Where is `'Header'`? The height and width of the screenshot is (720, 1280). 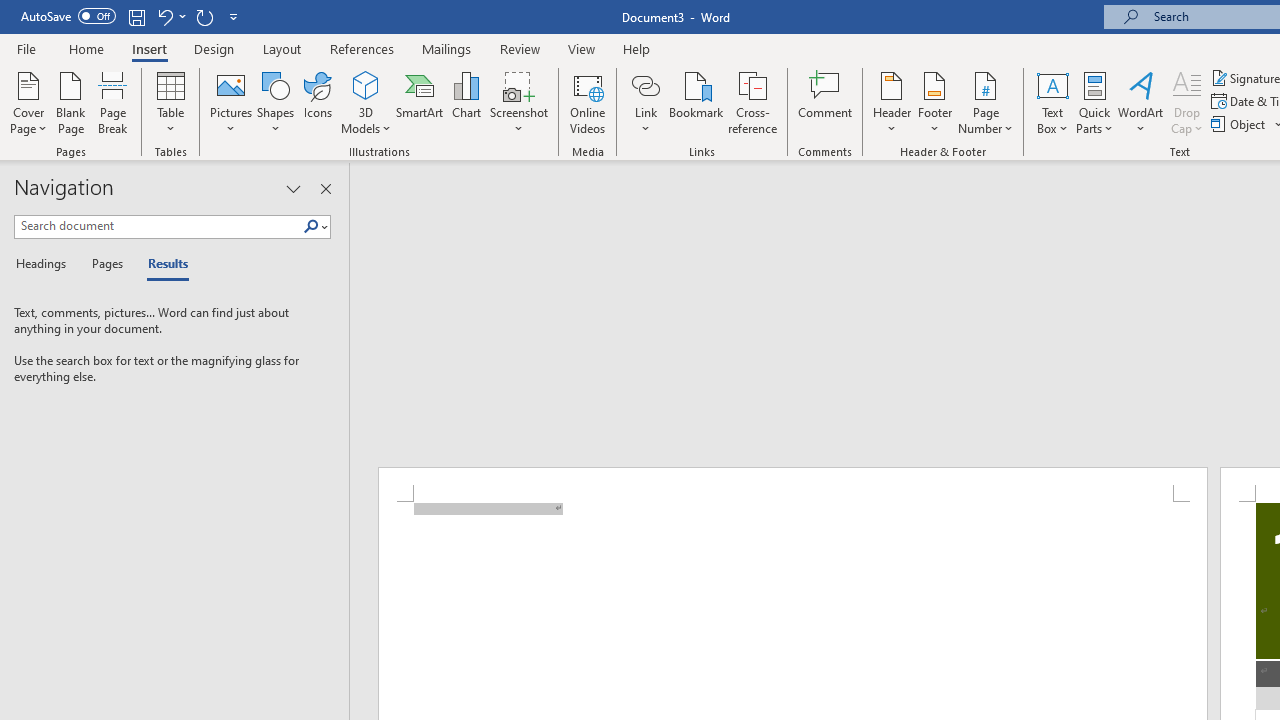 'Header' is located at coordinates (891, 103).